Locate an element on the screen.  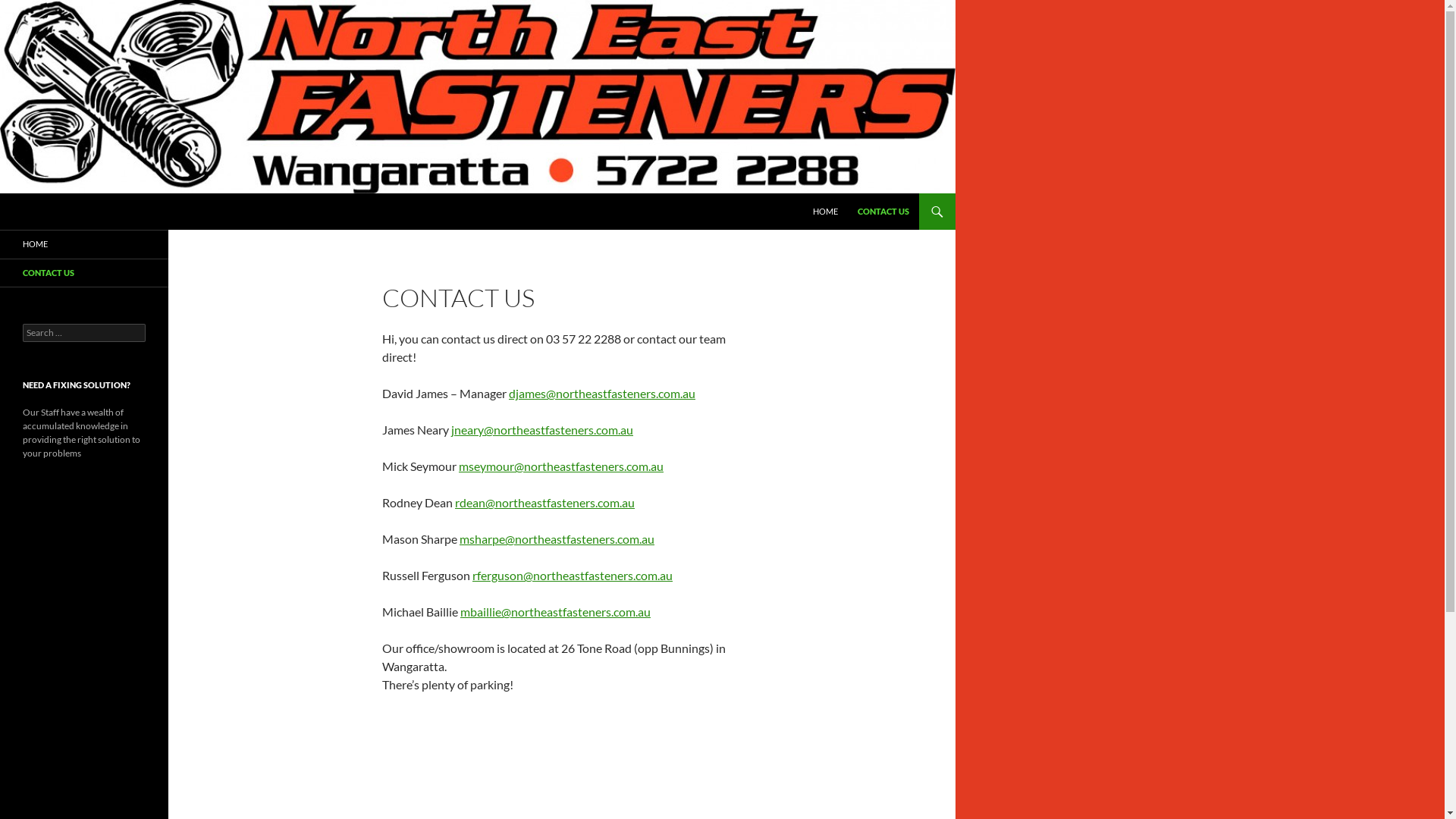
'mseymour@northeastfasteners.com.au' is located at coordinates (560, 465).